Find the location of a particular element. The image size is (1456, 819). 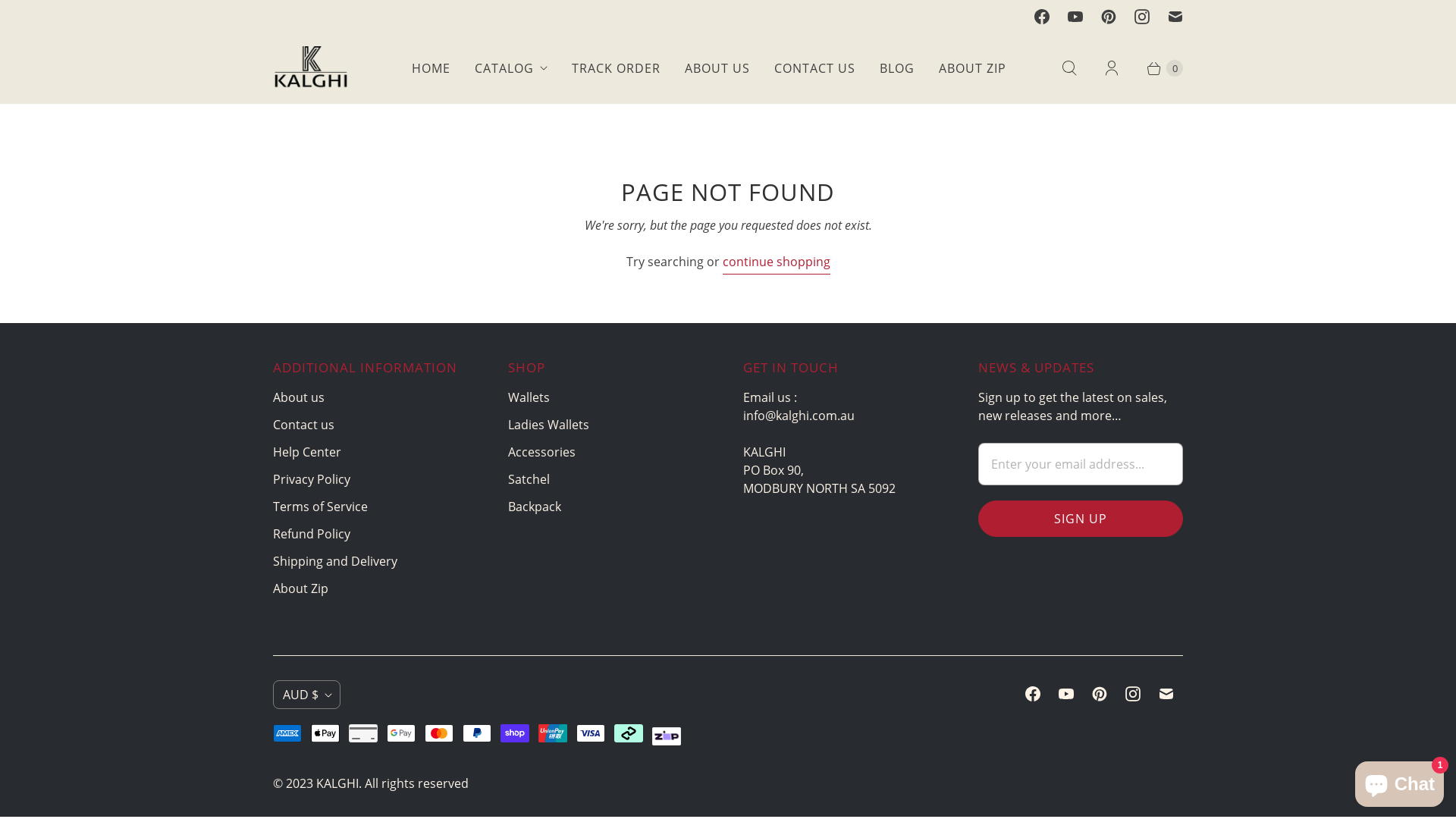

'Refund Policy' is located at coordinates (311, 533).